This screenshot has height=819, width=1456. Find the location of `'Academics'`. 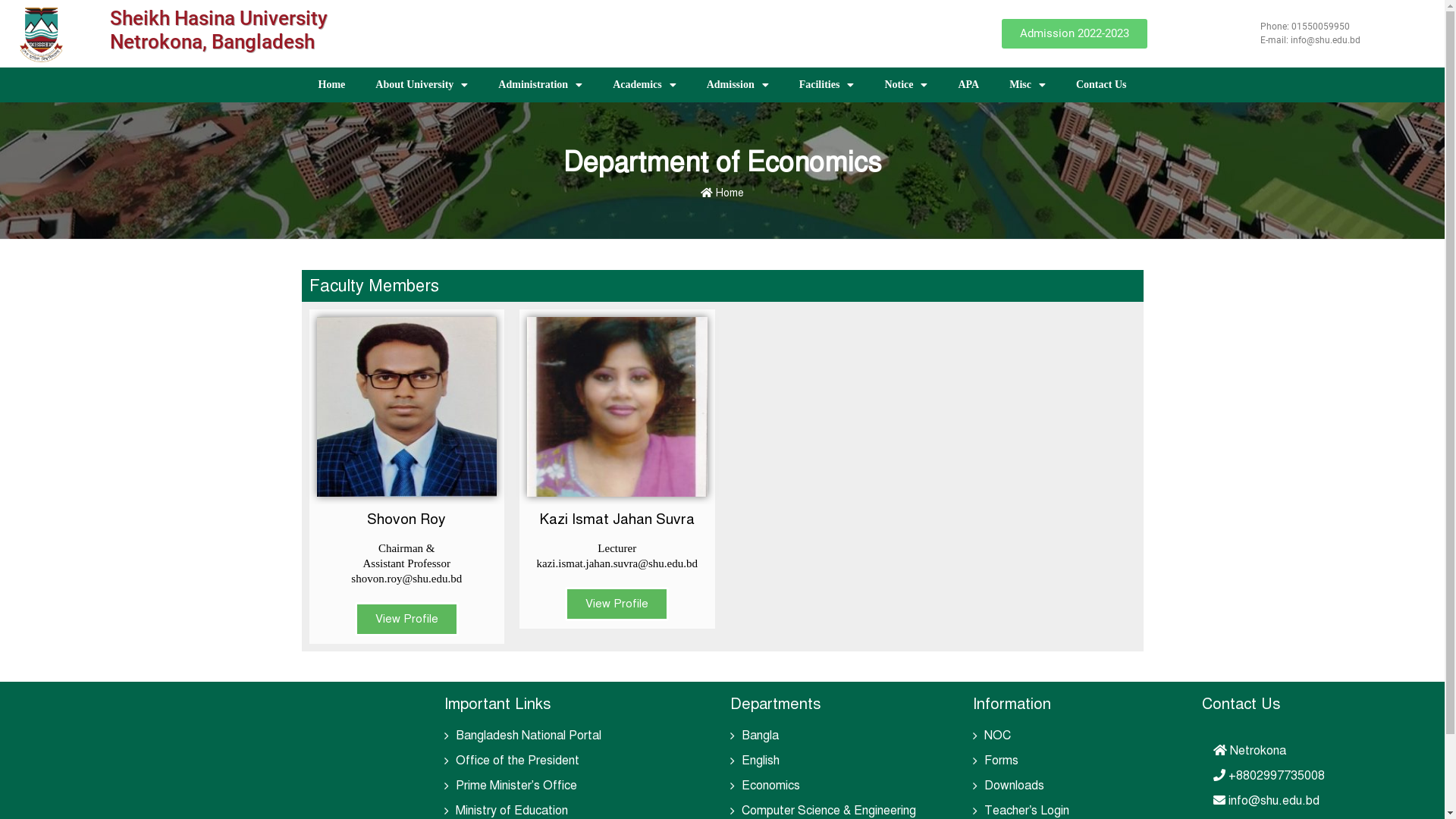

'Academics' is located at coordinates (644, 84).